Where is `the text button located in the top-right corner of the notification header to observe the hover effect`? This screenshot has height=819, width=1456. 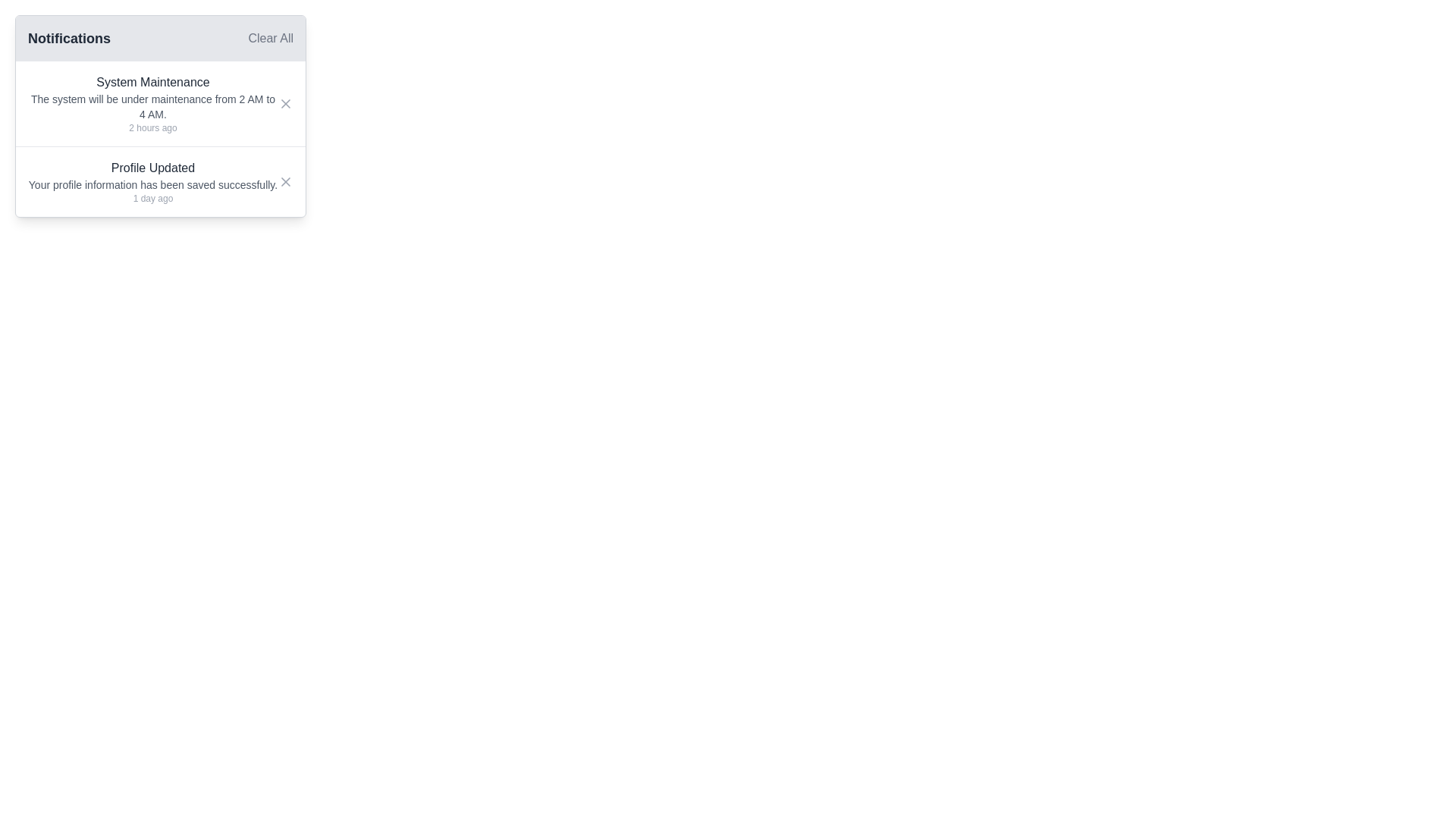
the text button located in the top-right corner of the notification header to observe the hover effect is located at coordinates (271, 37).